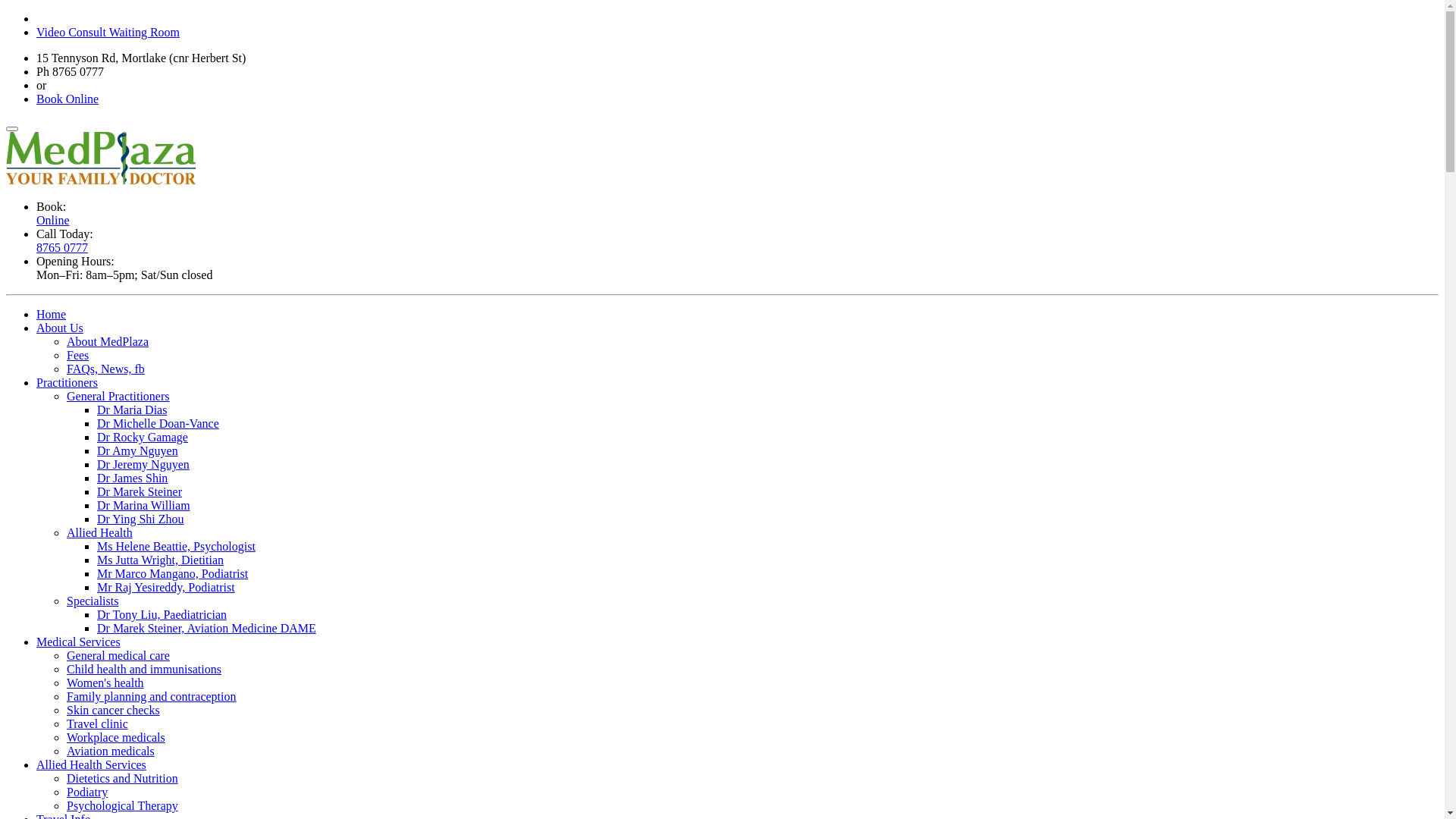 This screenshot has height=819, width=1456. What do you see at coordinates (61, 246) in the screenshot?
I see `'8765 0777'` at bounding box center [61, 246].